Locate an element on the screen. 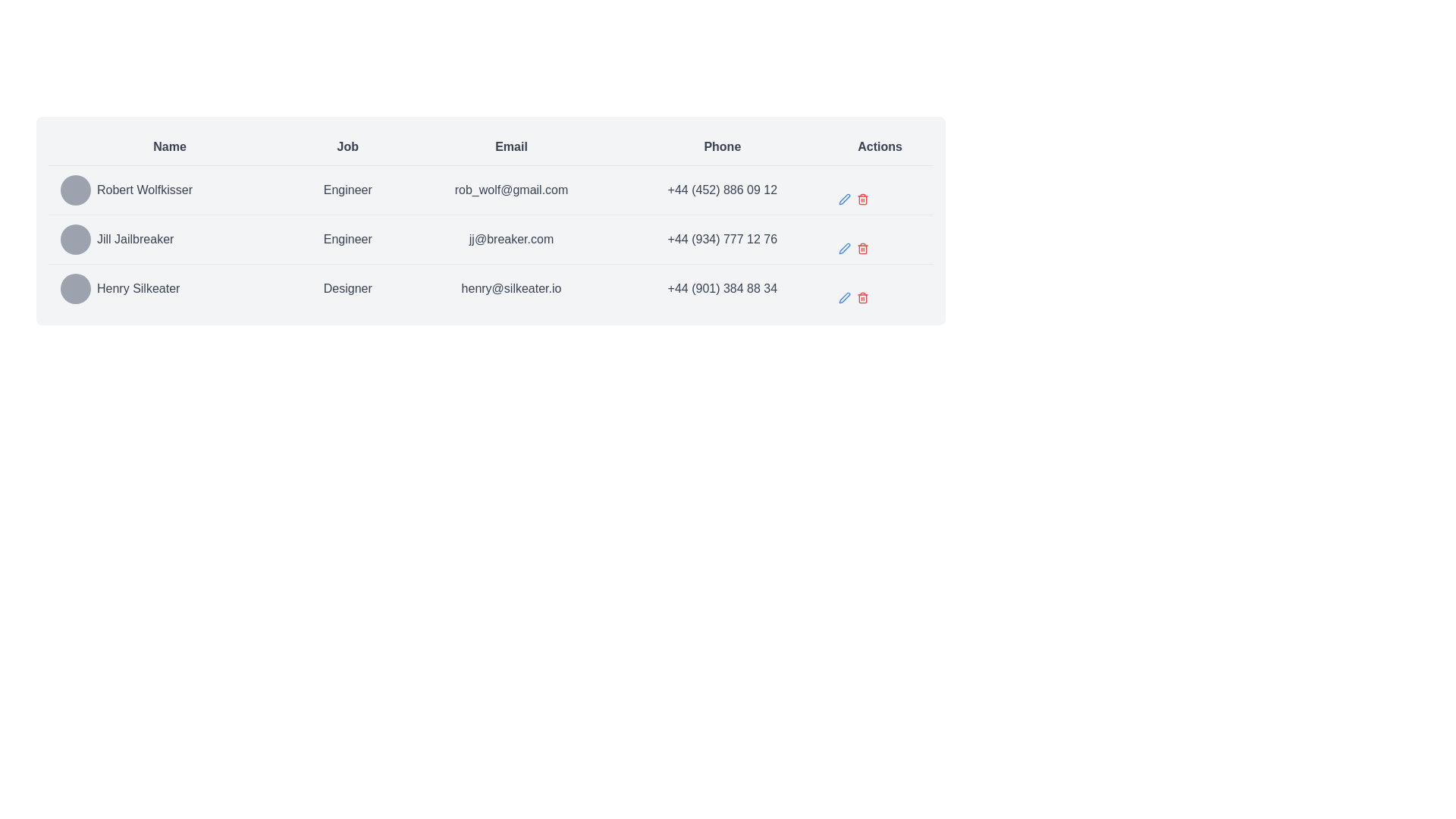  the first table row containing user information for 'Robert Wolfkisser' to view the context menu is located at coordinates (491, 189).